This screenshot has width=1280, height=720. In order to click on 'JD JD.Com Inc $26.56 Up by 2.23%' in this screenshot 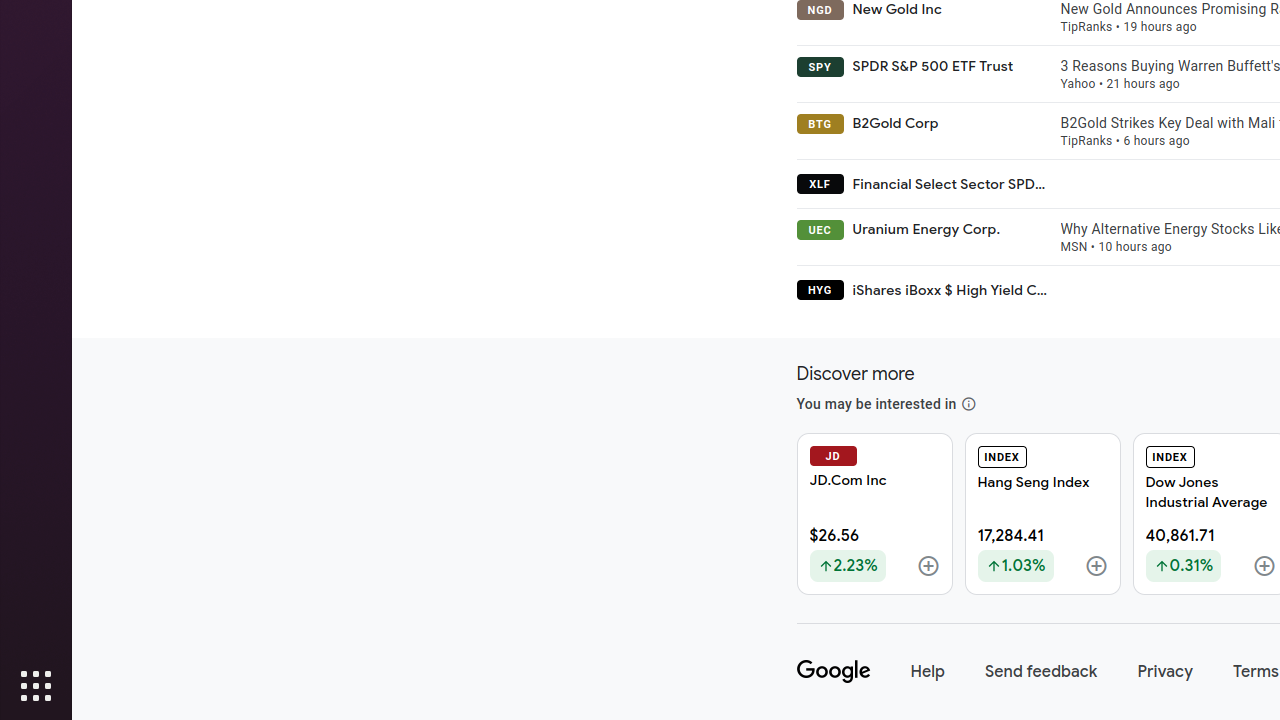, I will do `click(874, 513)`.